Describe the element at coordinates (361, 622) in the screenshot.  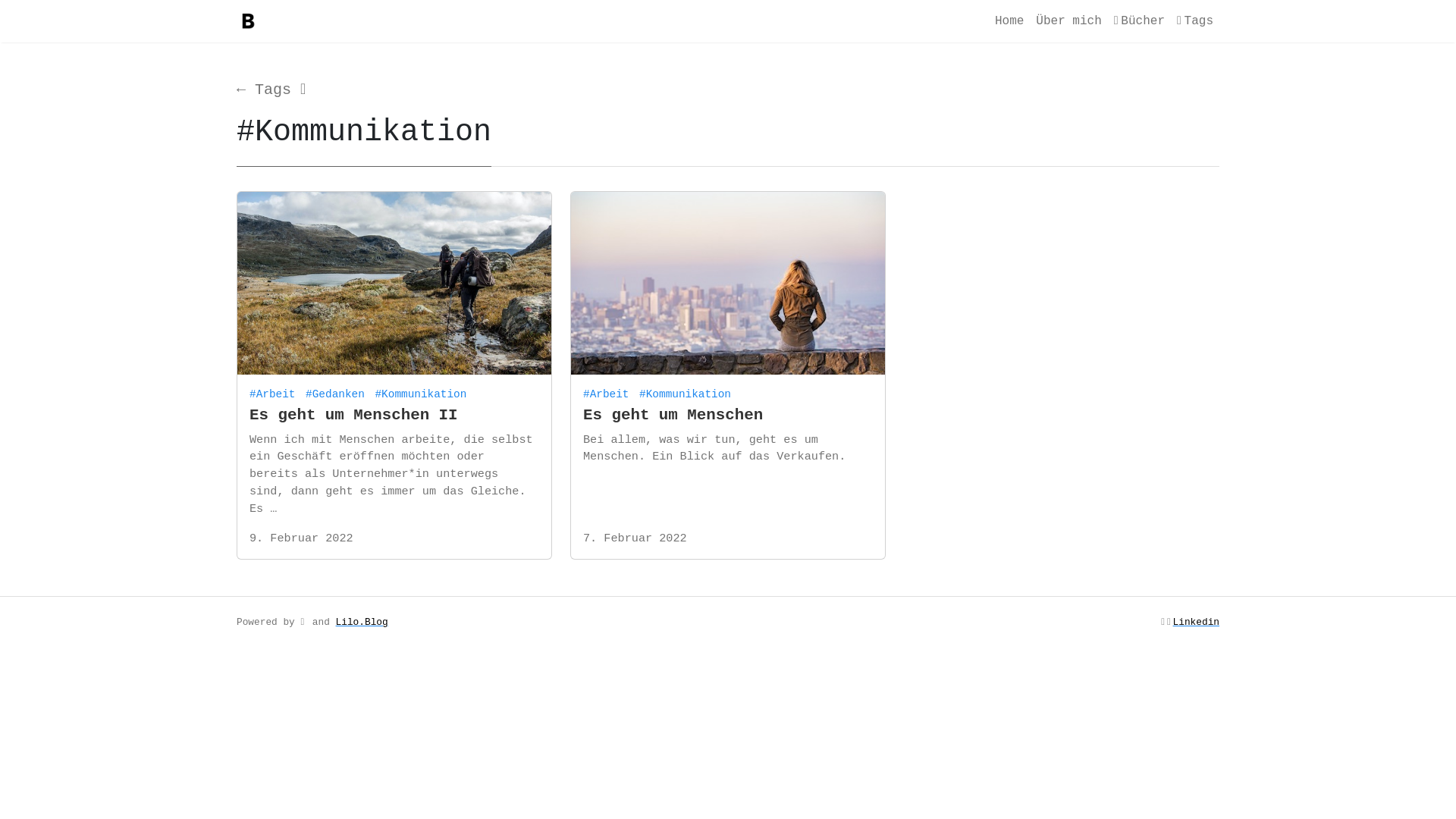
I see `'Lilo.Blog'` at that location.